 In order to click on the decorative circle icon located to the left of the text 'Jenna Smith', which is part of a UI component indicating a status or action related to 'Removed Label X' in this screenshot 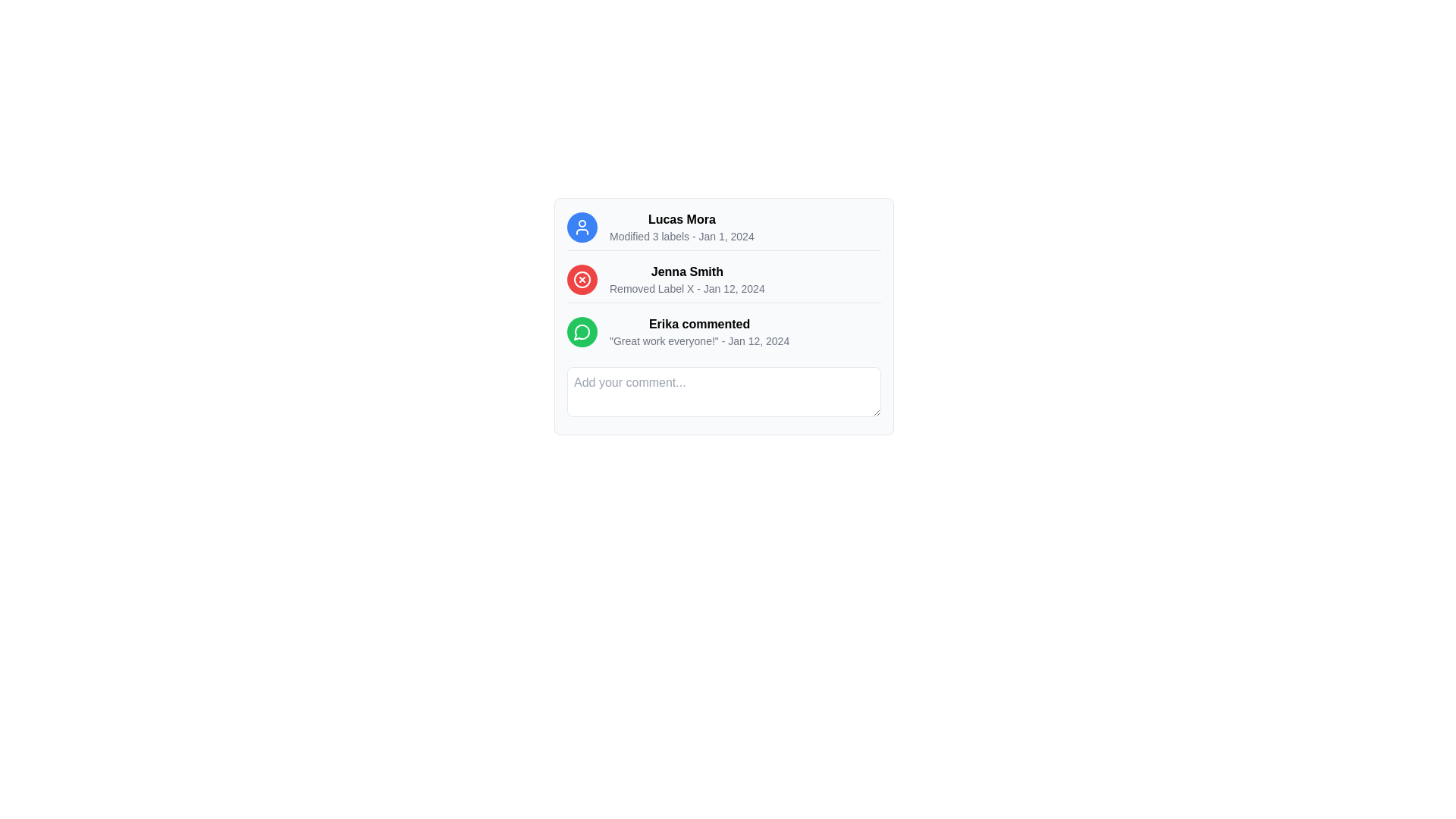, I will do `click(582, 280)`.